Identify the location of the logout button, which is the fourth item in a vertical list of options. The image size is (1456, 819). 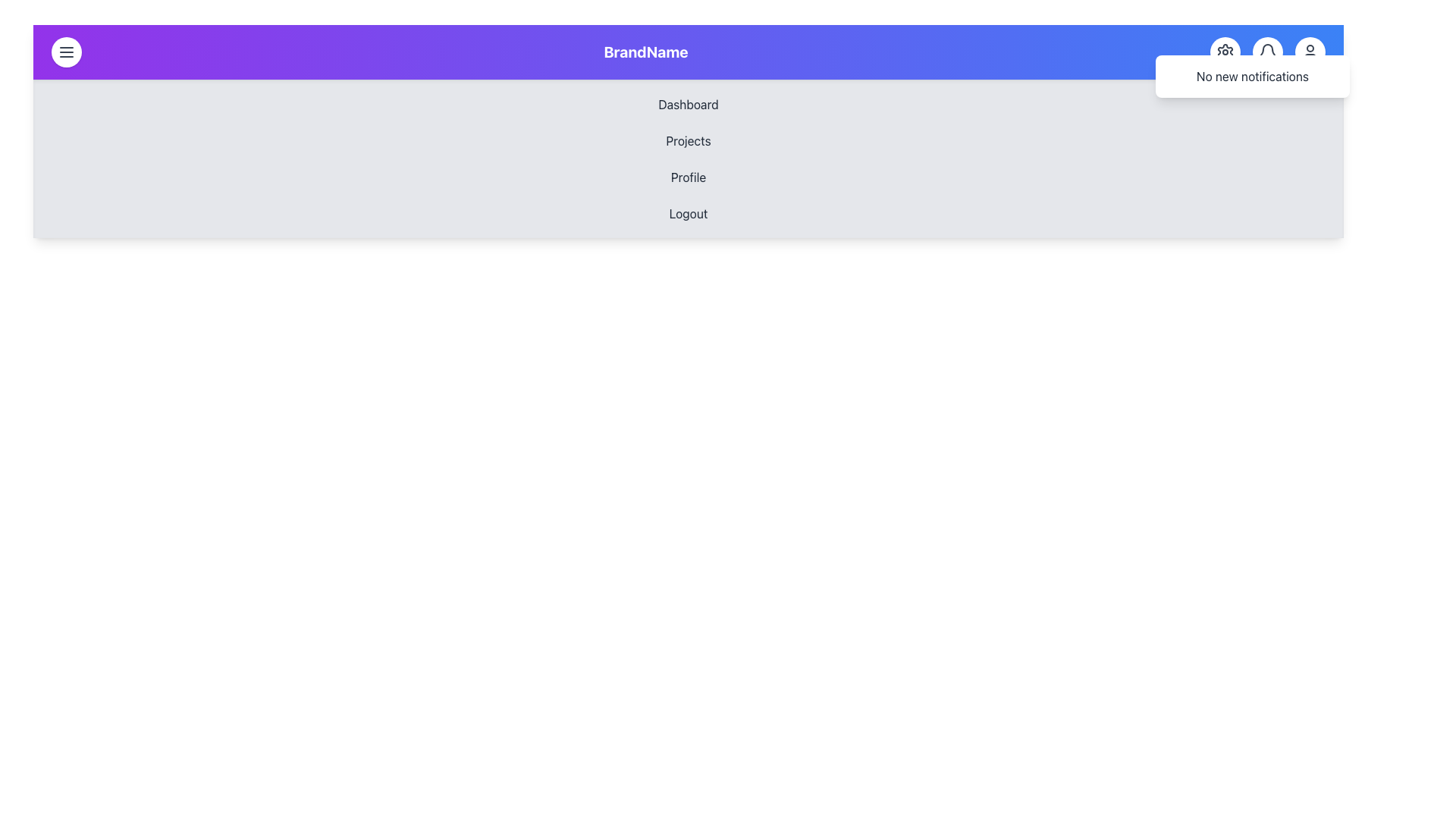
(687, 213).